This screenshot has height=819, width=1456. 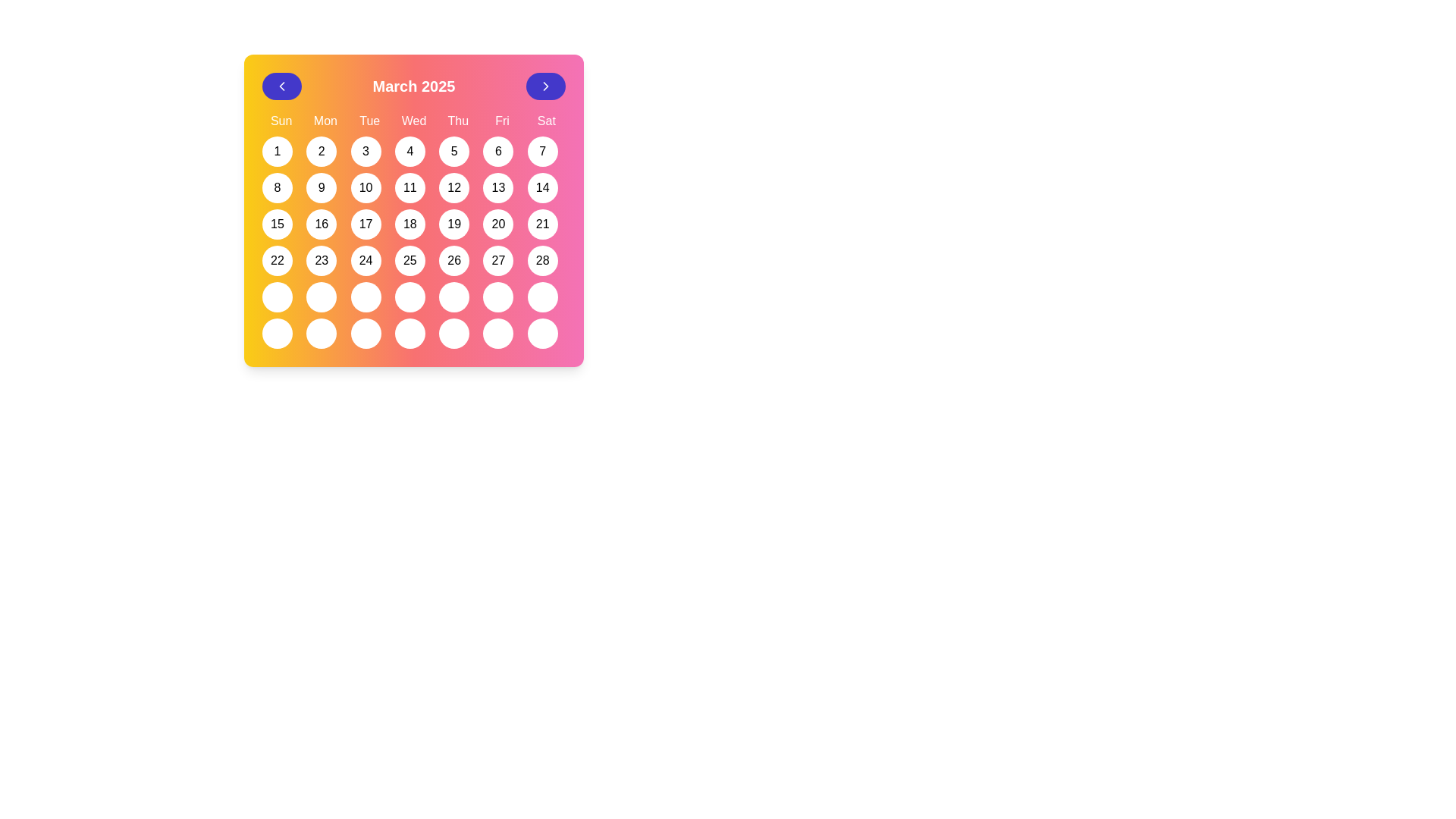 I want to click on the right-facing chevron arrow icon within the blue navigation button located at the top right corner of the interface, so click(x=546, y=86).